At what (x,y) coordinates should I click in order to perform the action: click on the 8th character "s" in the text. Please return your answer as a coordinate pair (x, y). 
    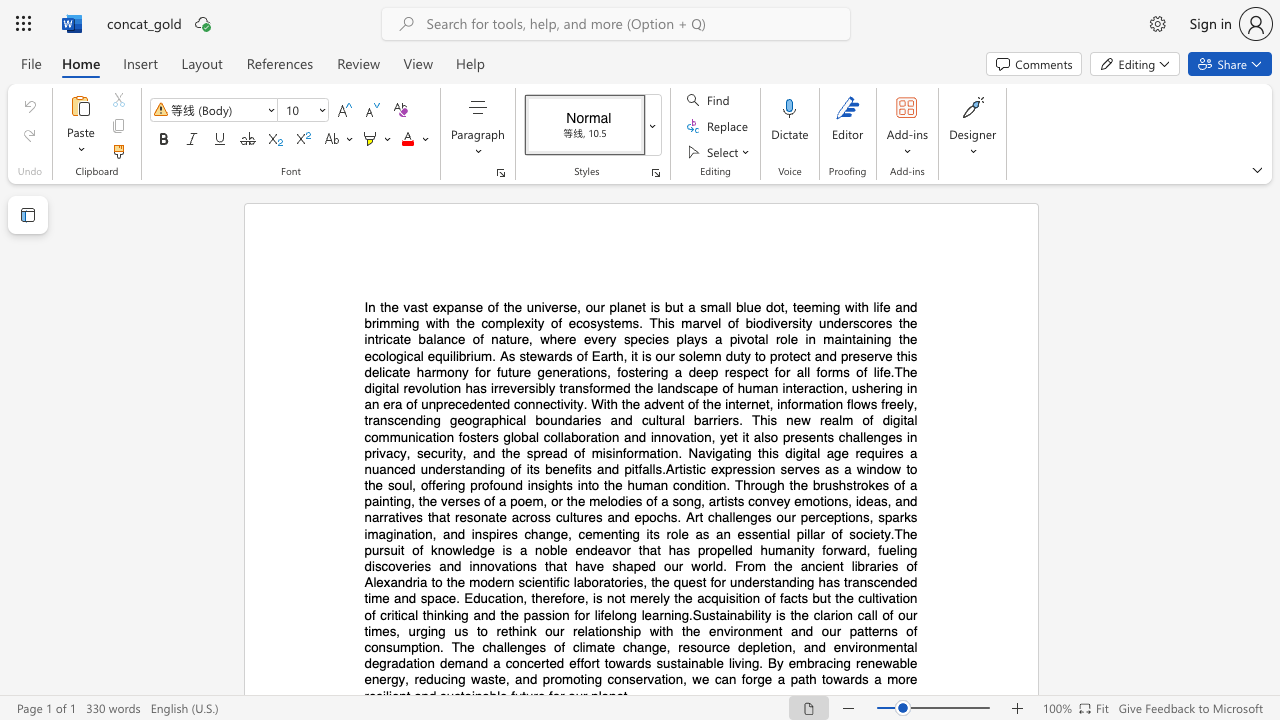
    Looking at the image, I should click on (634, 322).